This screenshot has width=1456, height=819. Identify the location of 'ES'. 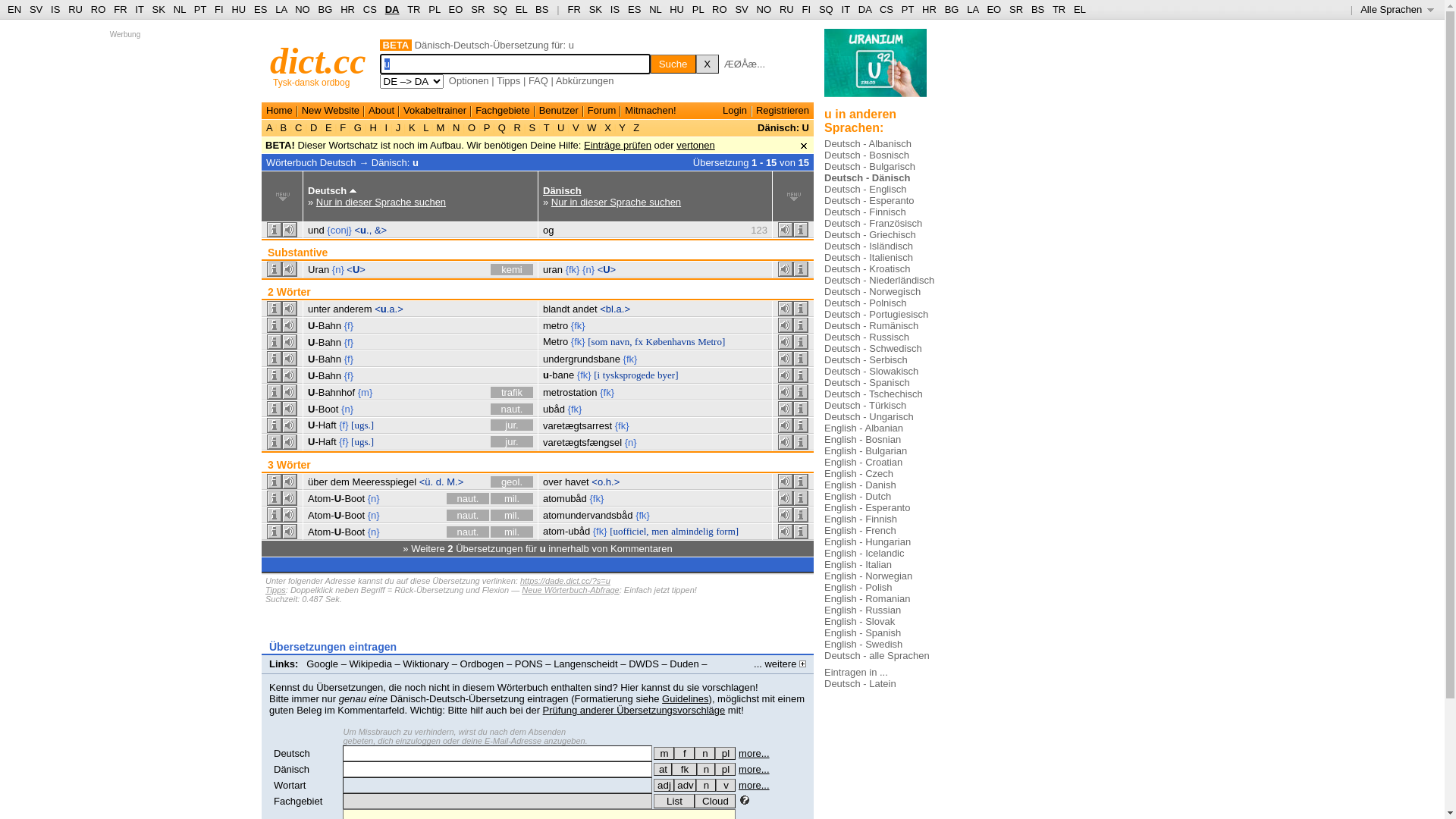
(634, 9).